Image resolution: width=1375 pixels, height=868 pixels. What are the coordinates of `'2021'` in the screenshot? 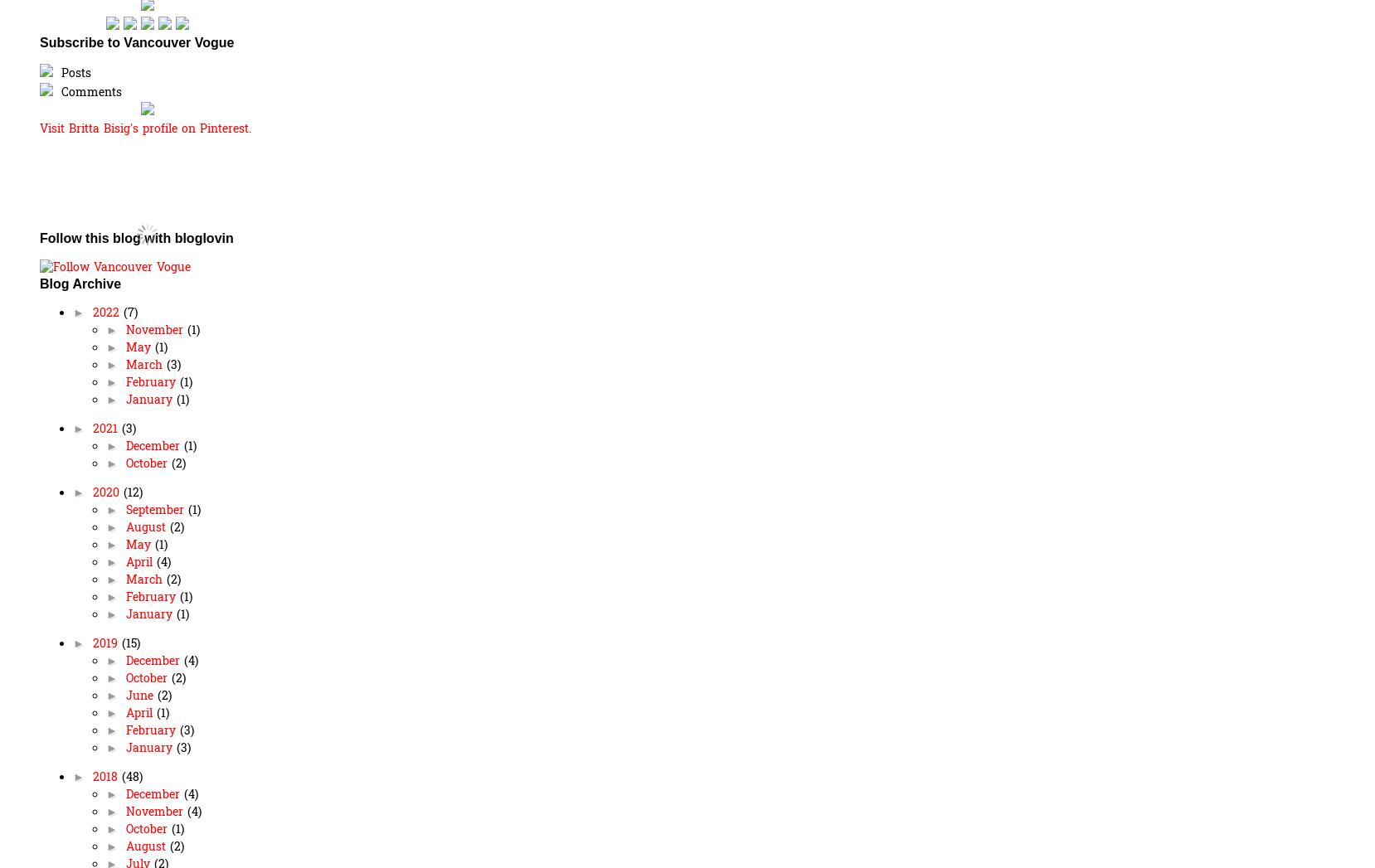 It's located at (105, 428).